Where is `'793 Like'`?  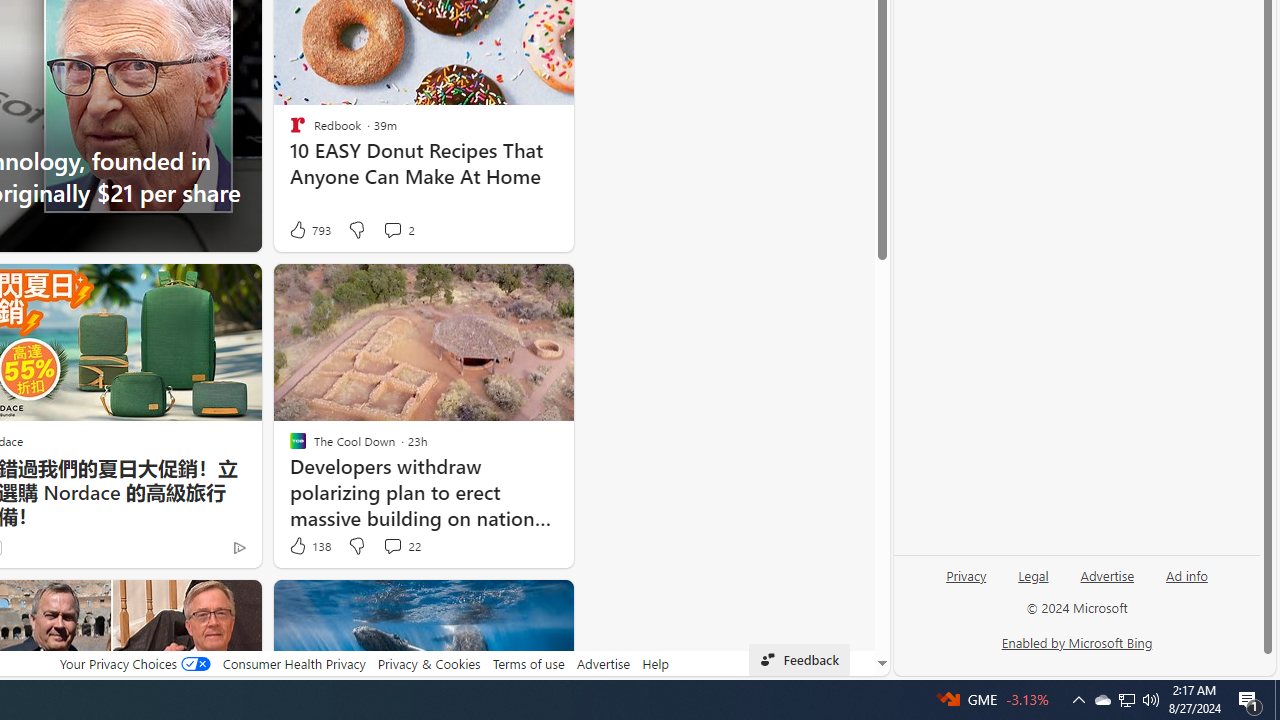
'793 Like' is located at coordinates (308, 229).